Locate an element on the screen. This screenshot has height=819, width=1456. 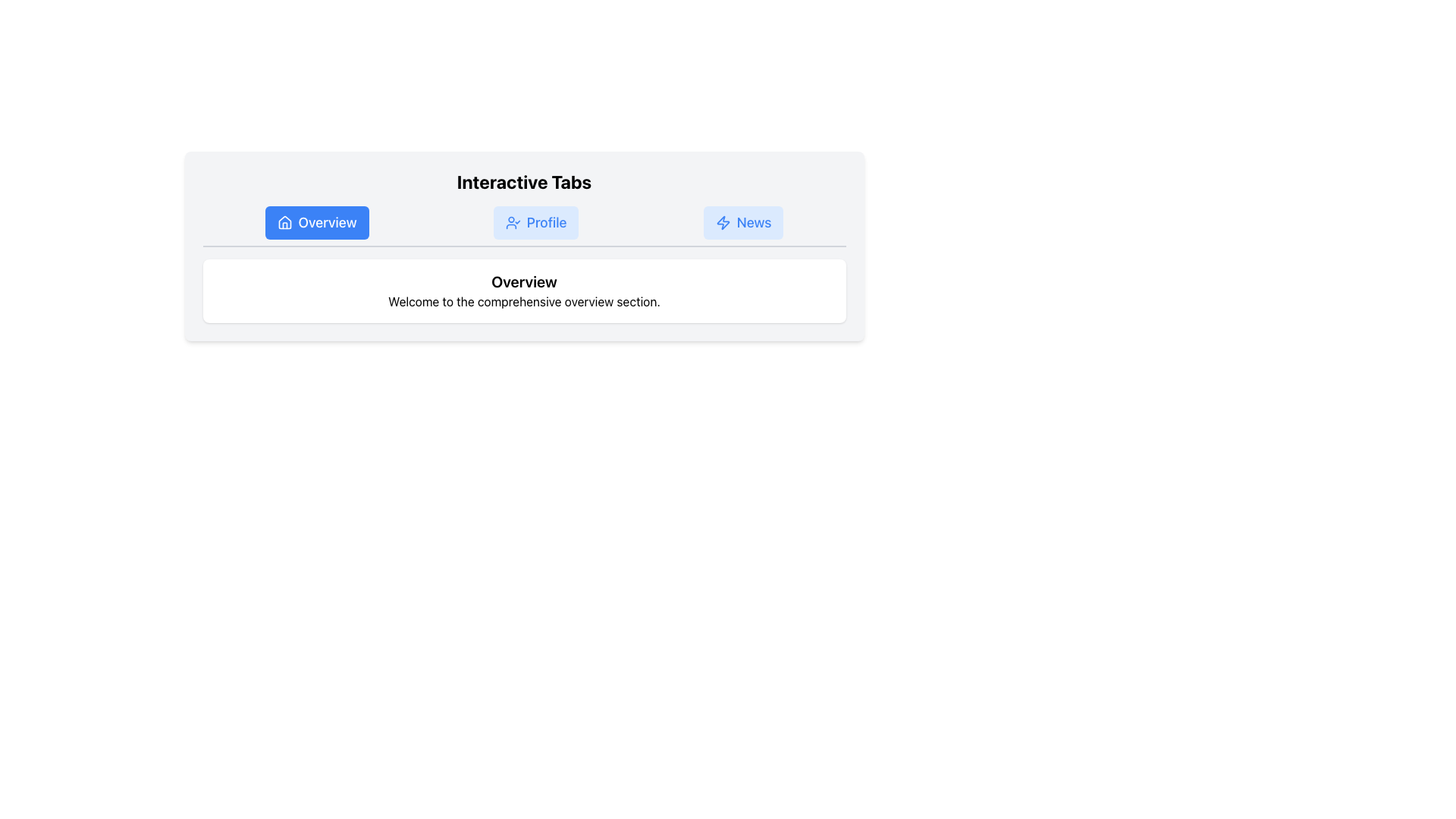
header text element located above the content 'Welcome to the comprehensive overview section.' is located at coordinates (524, 281).